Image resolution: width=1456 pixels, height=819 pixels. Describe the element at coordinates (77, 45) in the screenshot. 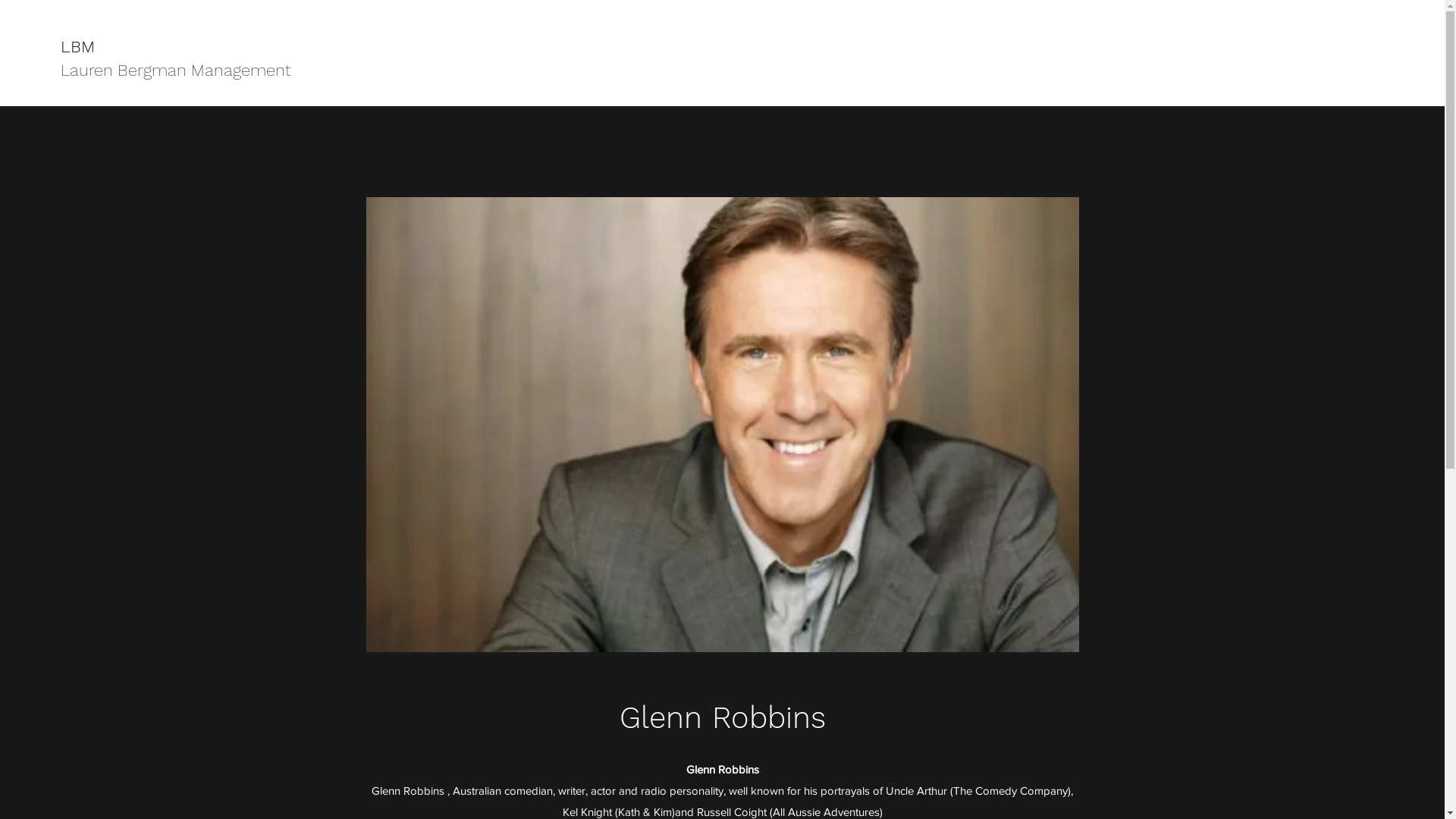

I see `'LBM'` at that location.